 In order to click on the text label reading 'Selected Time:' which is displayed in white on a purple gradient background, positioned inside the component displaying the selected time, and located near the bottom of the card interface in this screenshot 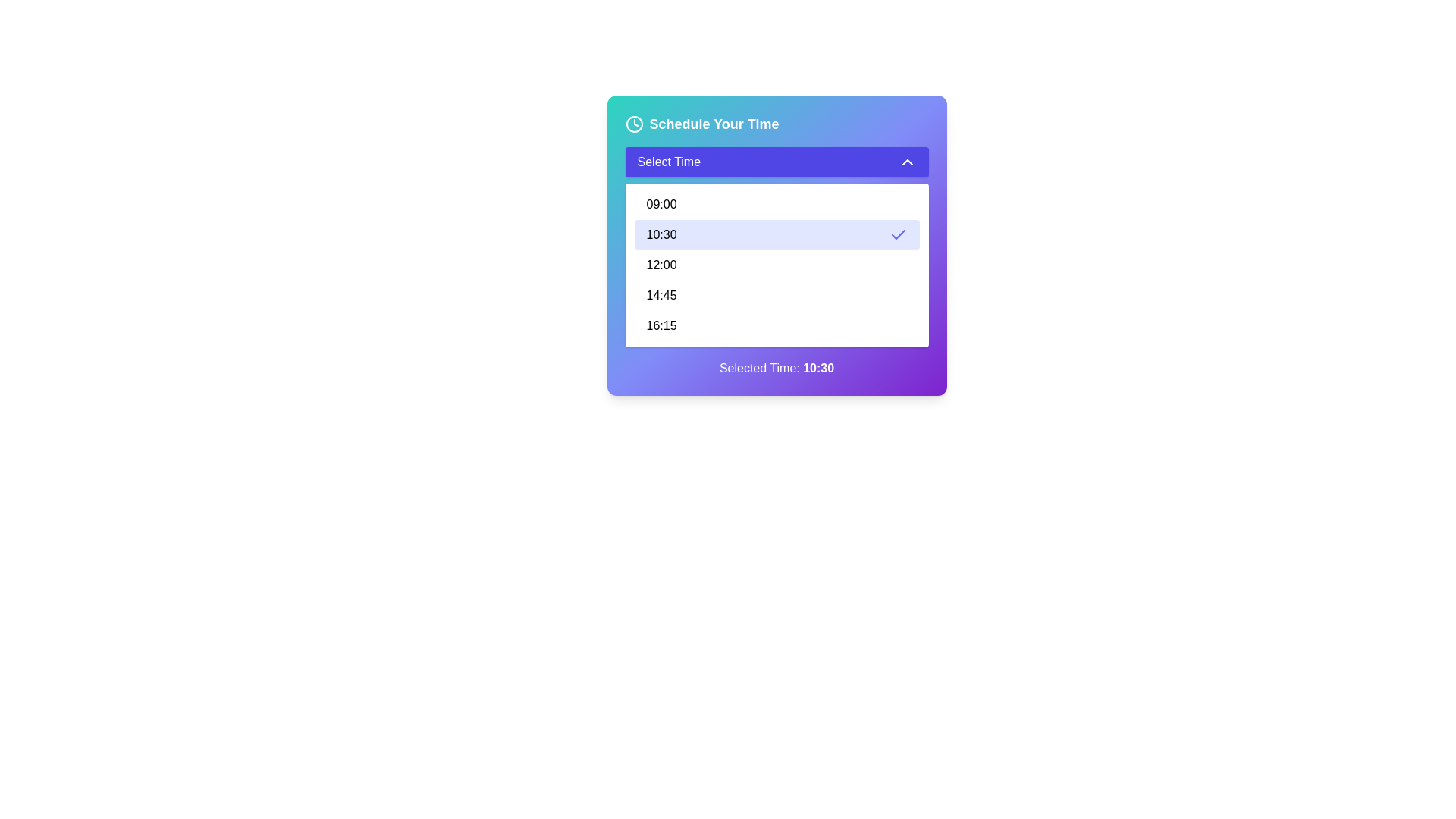, I will do `click(761, 368)`.